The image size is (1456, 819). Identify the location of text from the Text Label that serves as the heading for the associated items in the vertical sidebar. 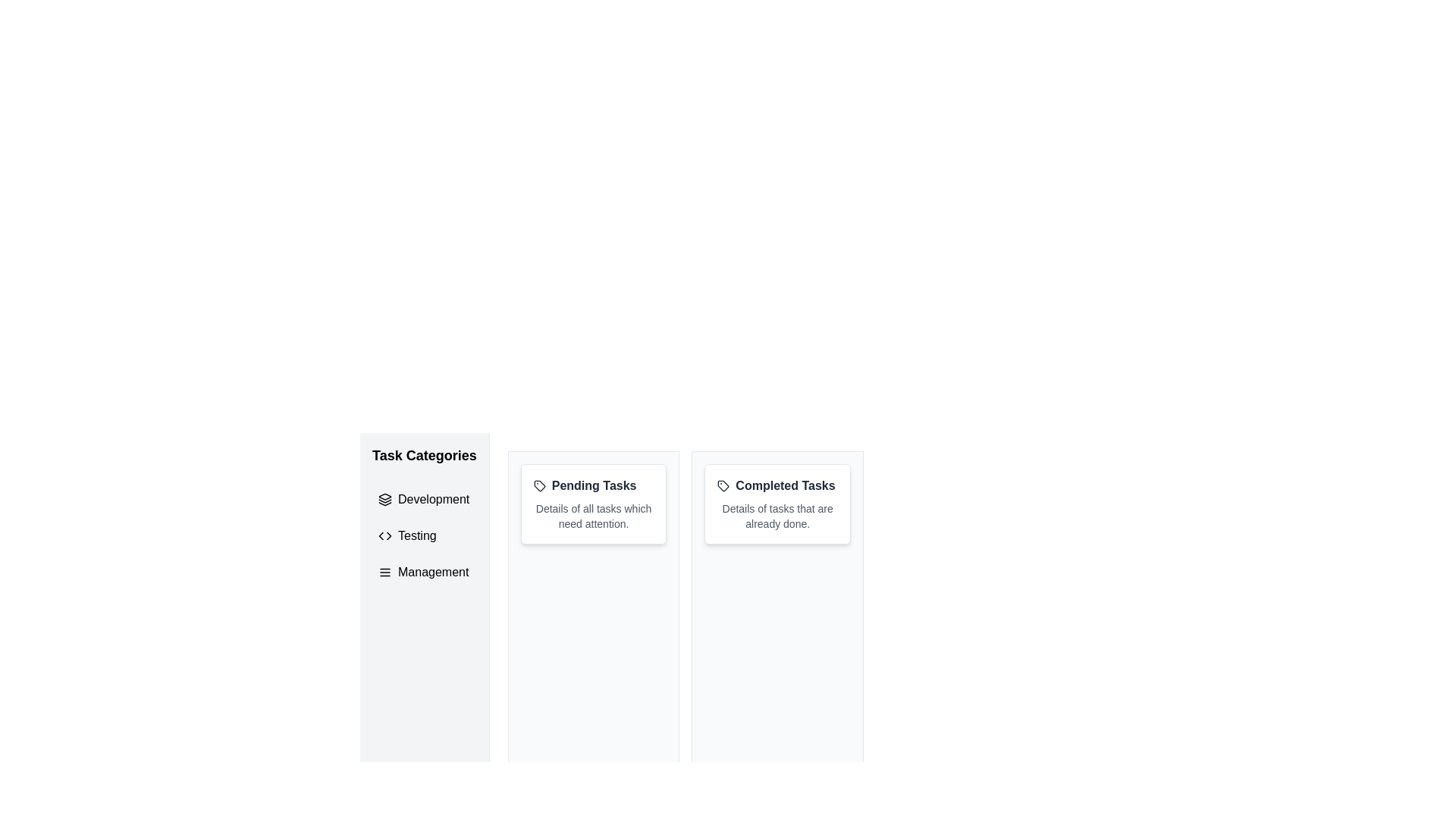
(424, 455).